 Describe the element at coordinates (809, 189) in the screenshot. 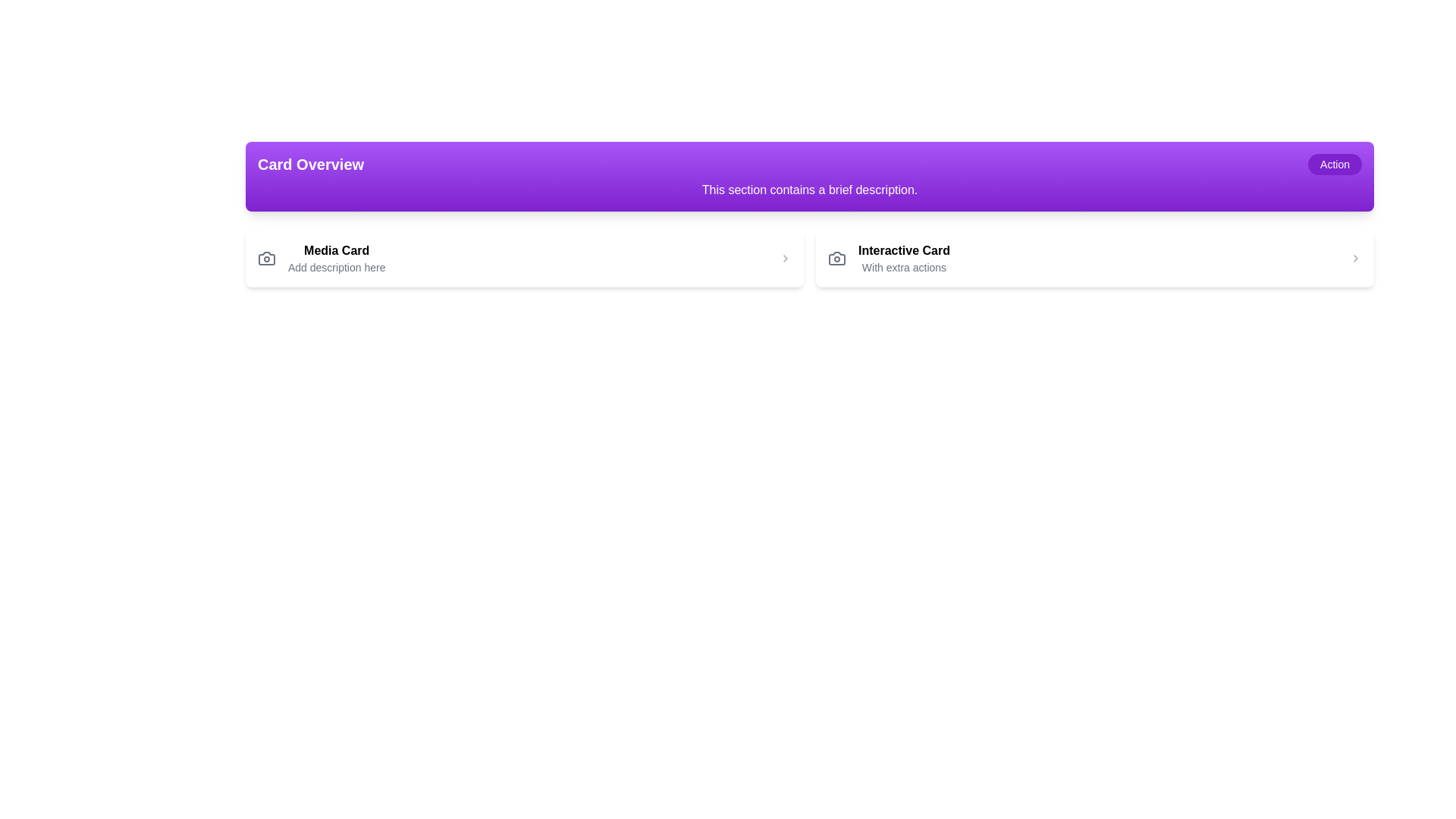

I see `the static text display element that reads 'This section contains a brief description.' which is centered on a gradient purple background` at that location.